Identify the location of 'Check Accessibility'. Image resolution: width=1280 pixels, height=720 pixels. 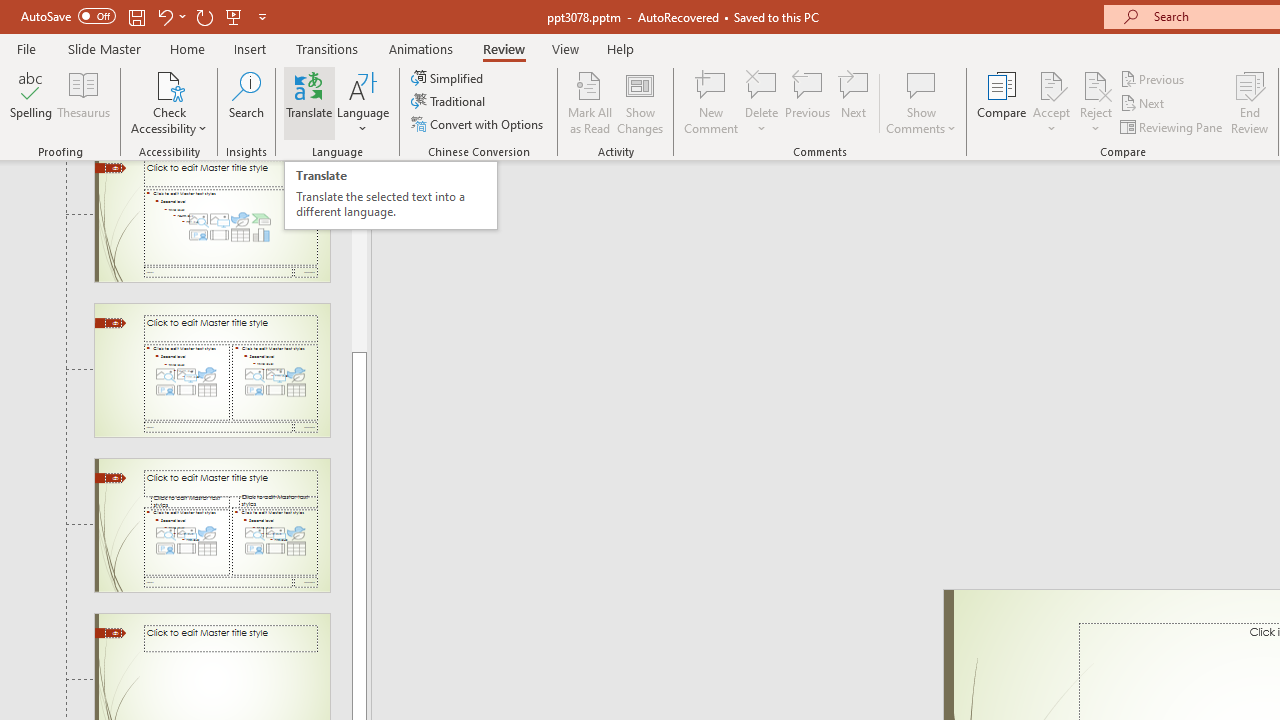
(169, 103).